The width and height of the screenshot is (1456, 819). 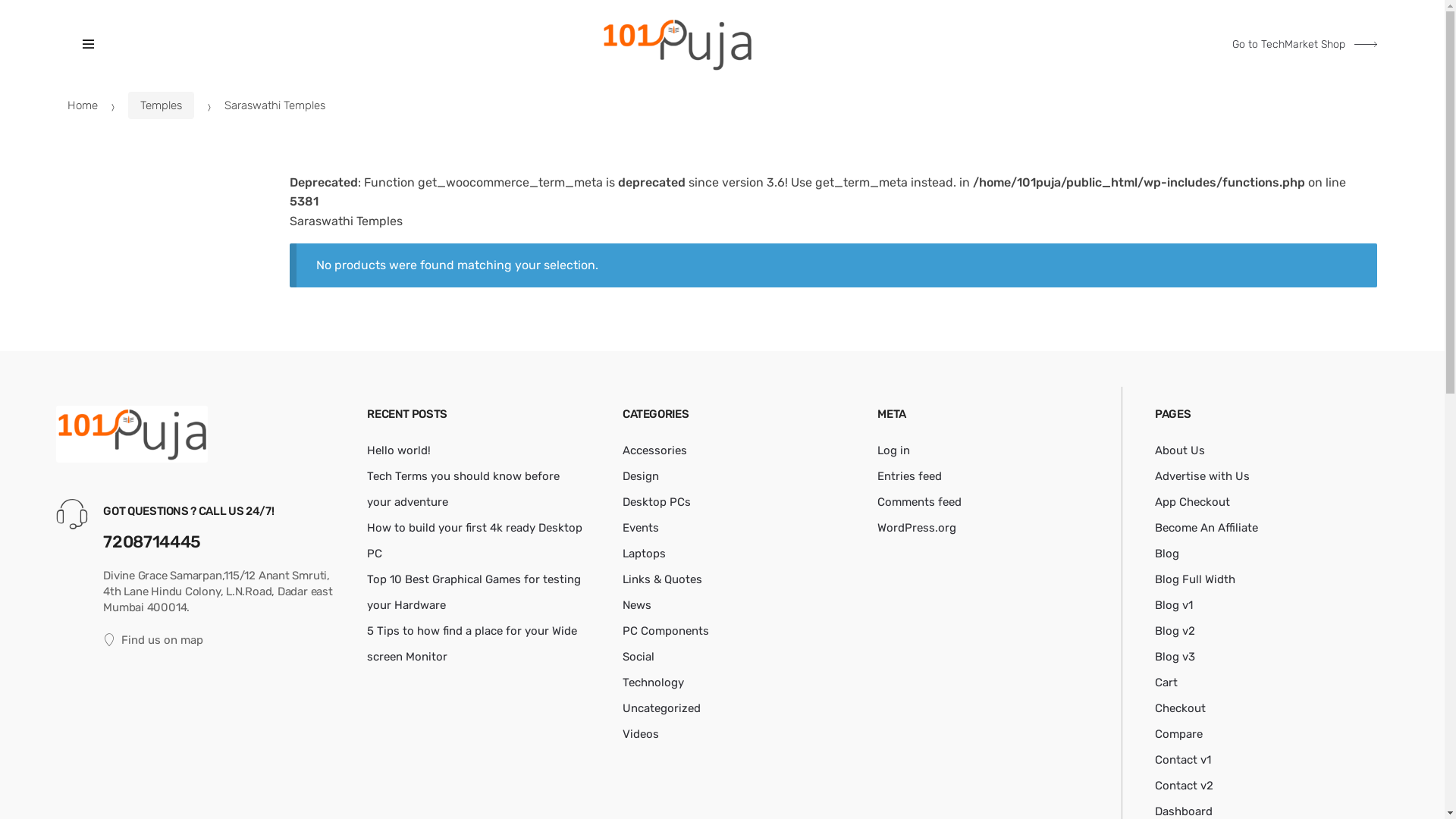 I want to click on 'Dashboard', so click(x=1182, y=810).